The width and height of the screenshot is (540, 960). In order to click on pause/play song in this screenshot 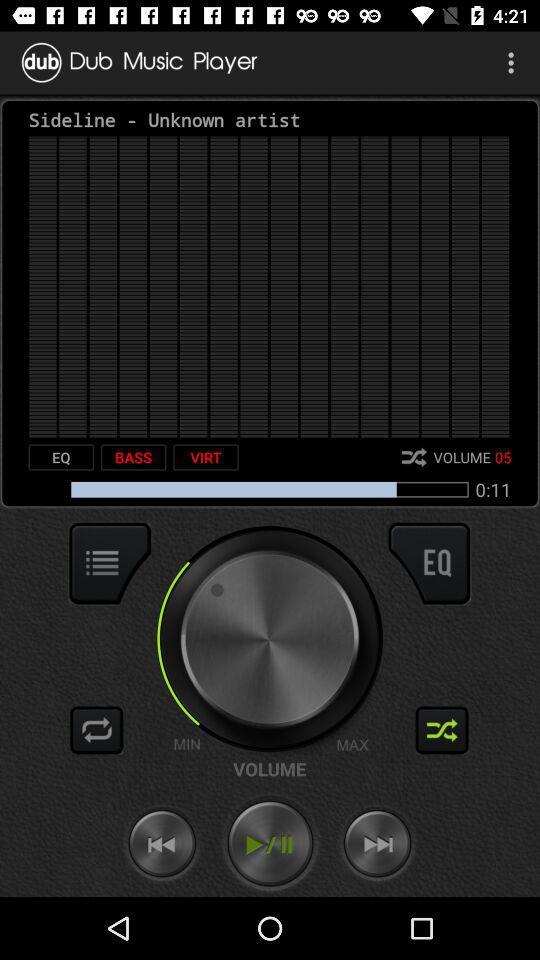, I will do `click(270, 843)`.